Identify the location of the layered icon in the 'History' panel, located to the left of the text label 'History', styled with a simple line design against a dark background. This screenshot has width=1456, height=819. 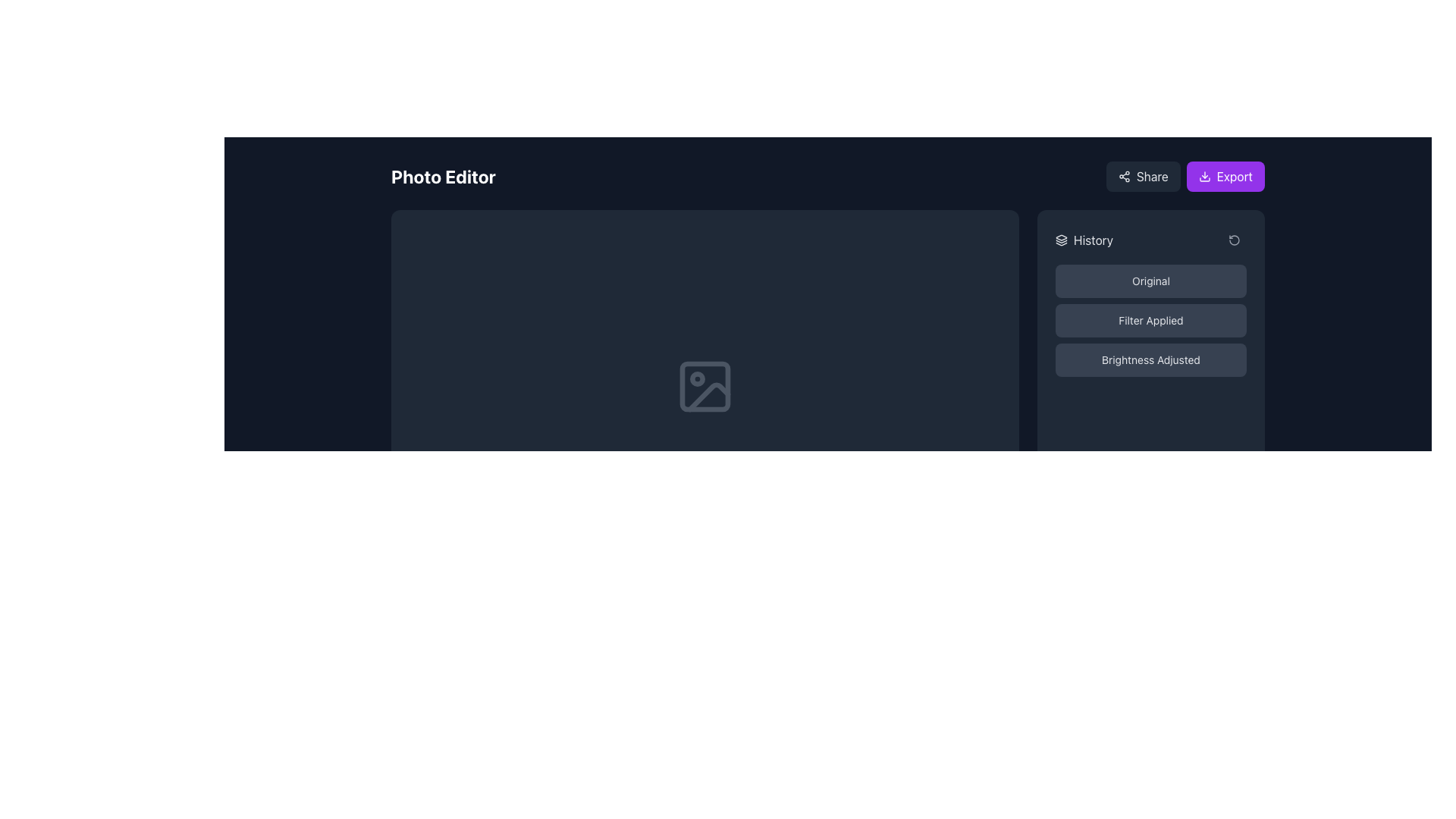
(1061, 239).